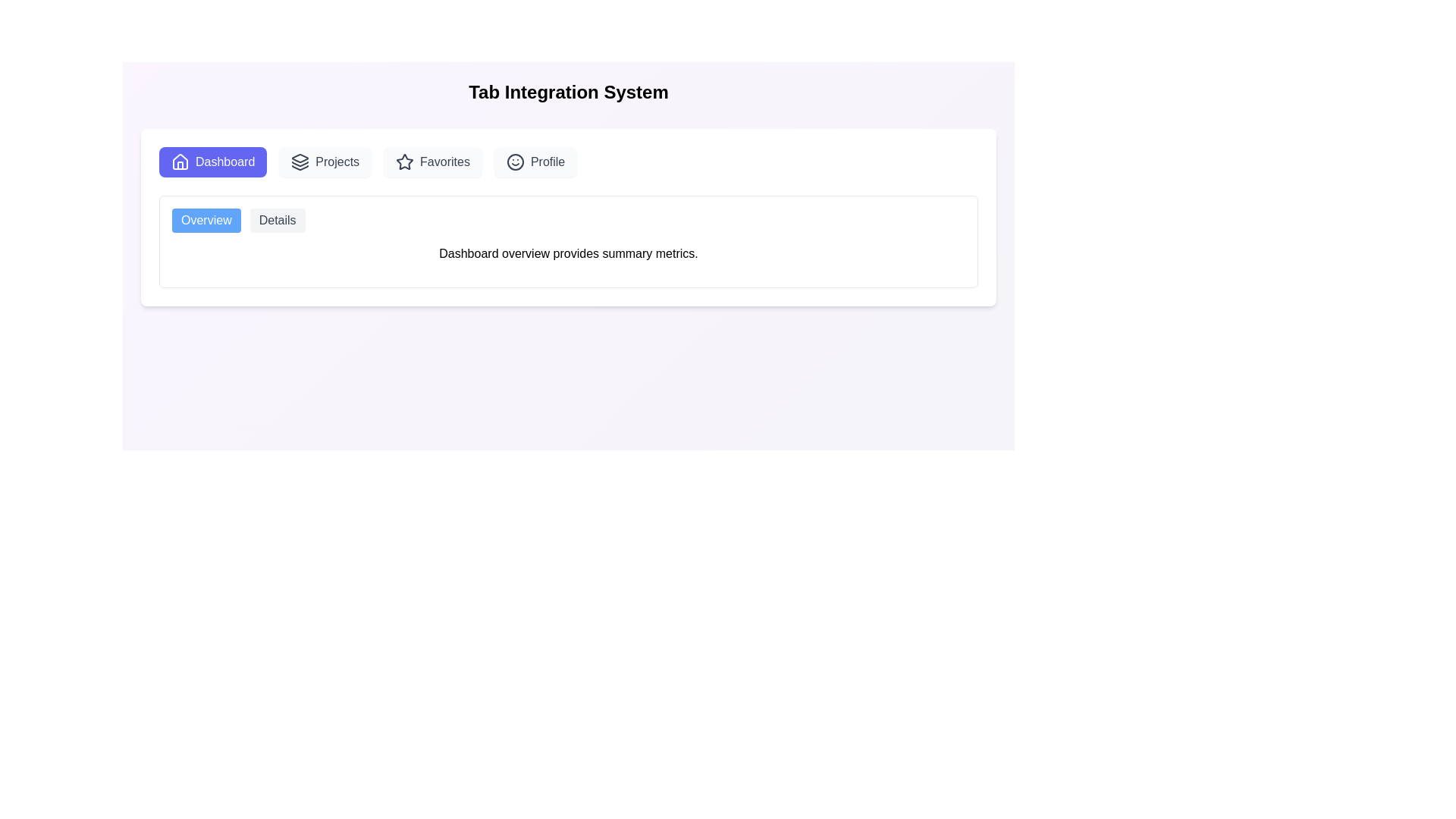 The image size is (1456, 819). Describe the element at coordinates (405, 162) in the screenshot. I see `the star-shaped icon with a hollow interior and dark outline within the 'Favorites' button in the top navigation bar` at that location.